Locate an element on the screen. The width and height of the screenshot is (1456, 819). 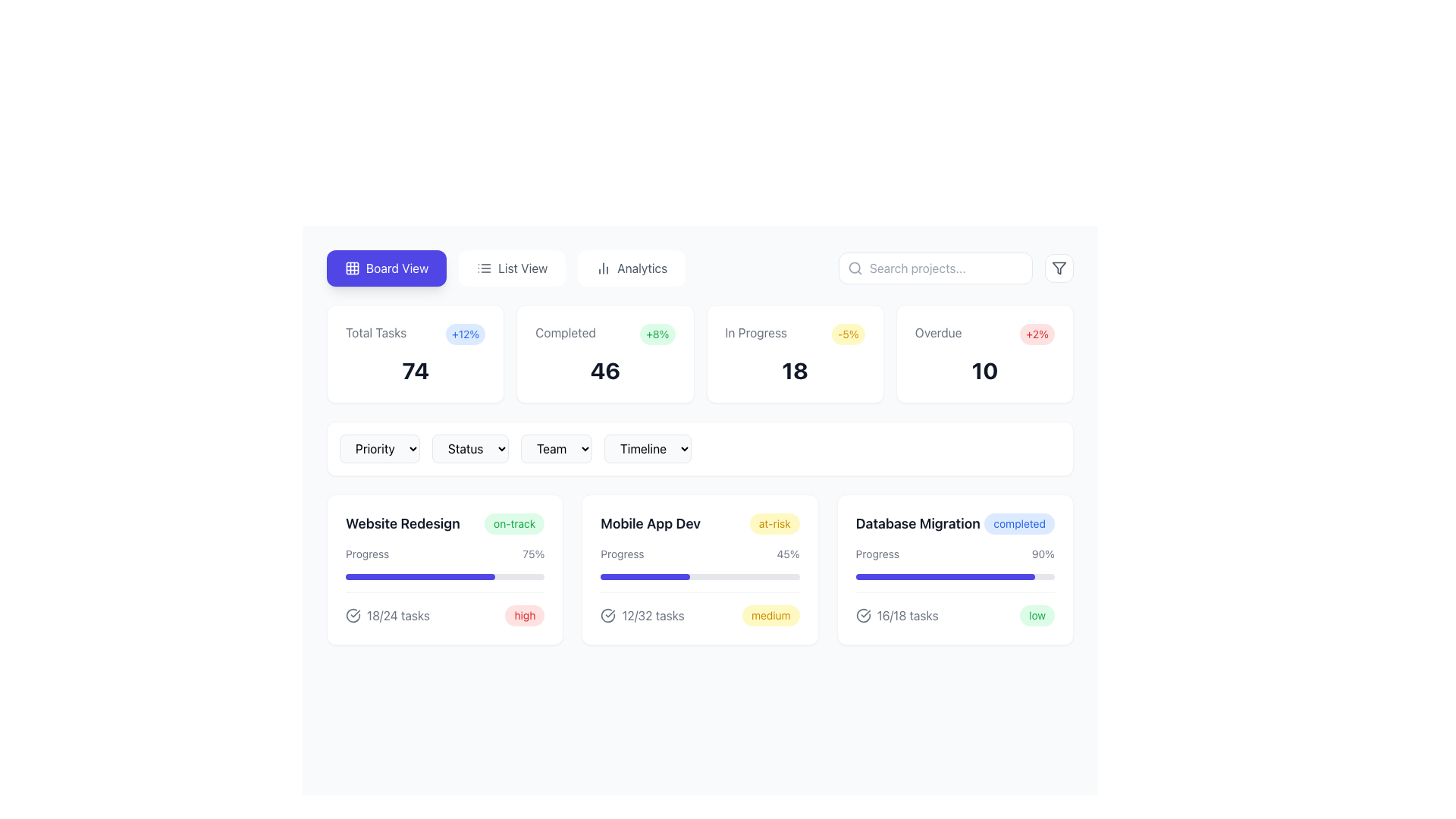
the card labeled 'In Progress -5%' that displays the count of items or tasks categorized as 'In Progress' is located at coordinates (794, 371).